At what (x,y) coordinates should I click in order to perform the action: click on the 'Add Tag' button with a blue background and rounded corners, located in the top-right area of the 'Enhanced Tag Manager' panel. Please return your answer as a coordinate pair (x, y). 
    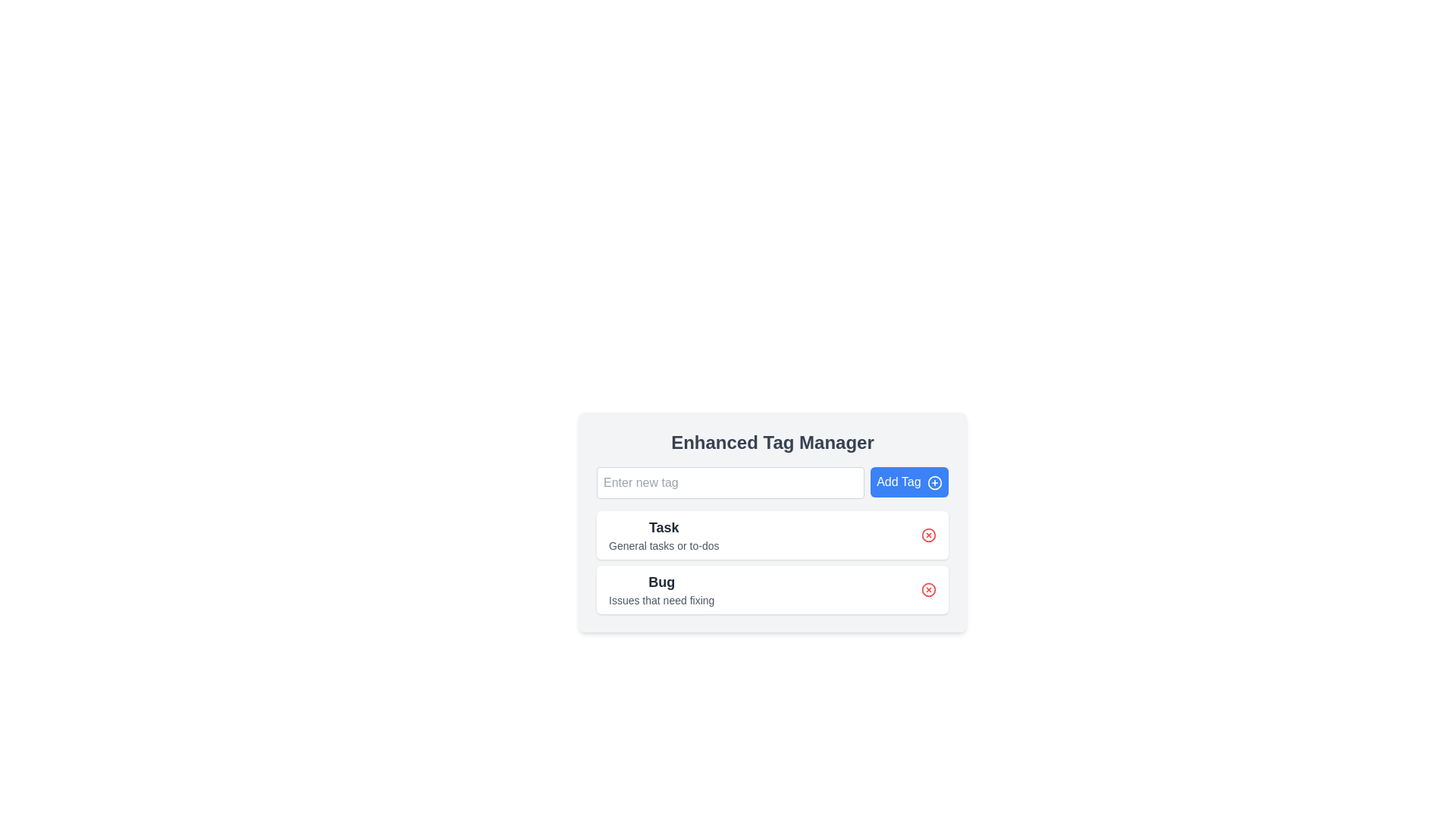
    Looking at the image, I should click on (909, 482).